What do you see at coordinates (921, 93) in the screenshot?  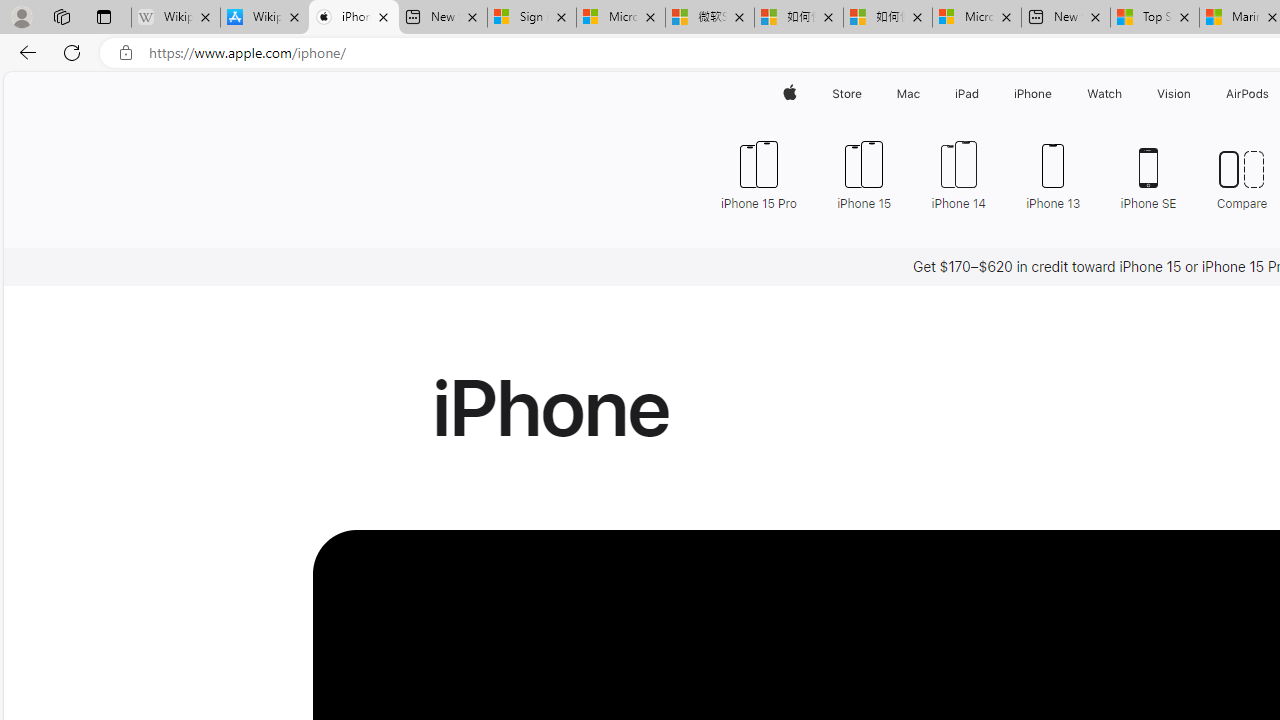 I see `'Mac menu'` at bounding box center [921, 93].